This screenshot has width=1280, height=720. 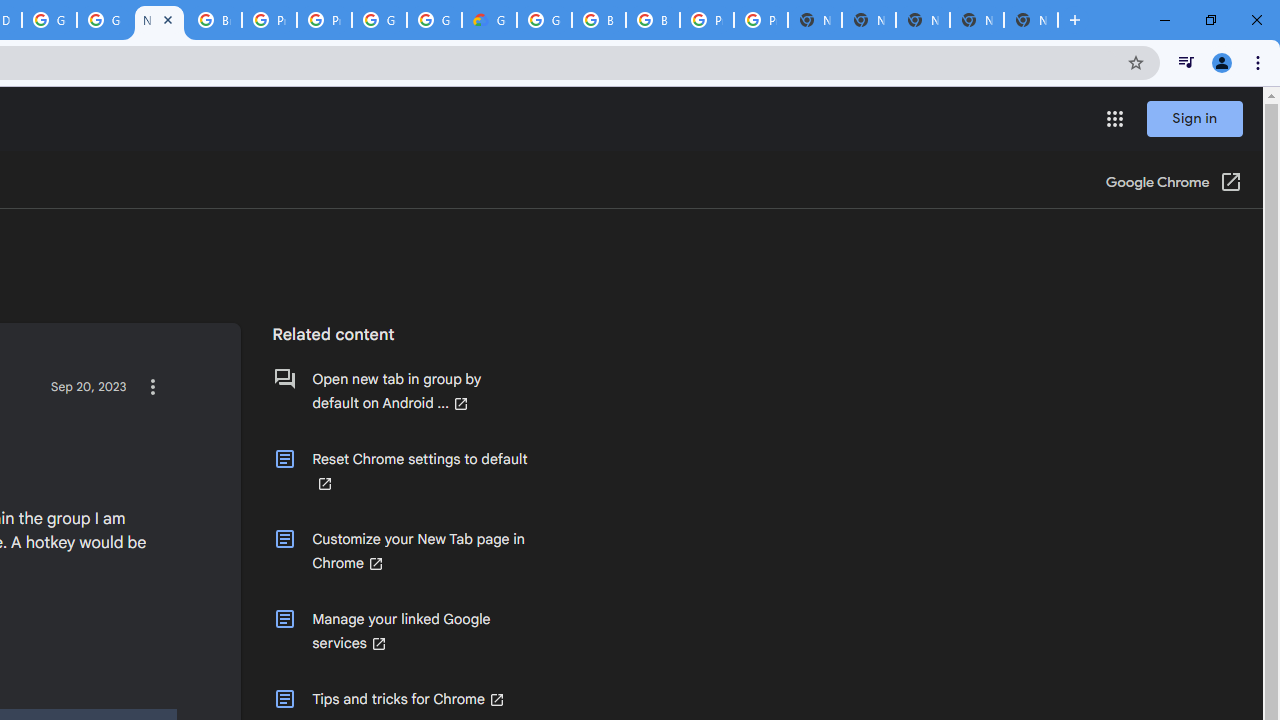 What do you see at coordinates (49, 20) in the screenshot?
I see `'Google Cloud Platform'` at bounding box center [49, 20].